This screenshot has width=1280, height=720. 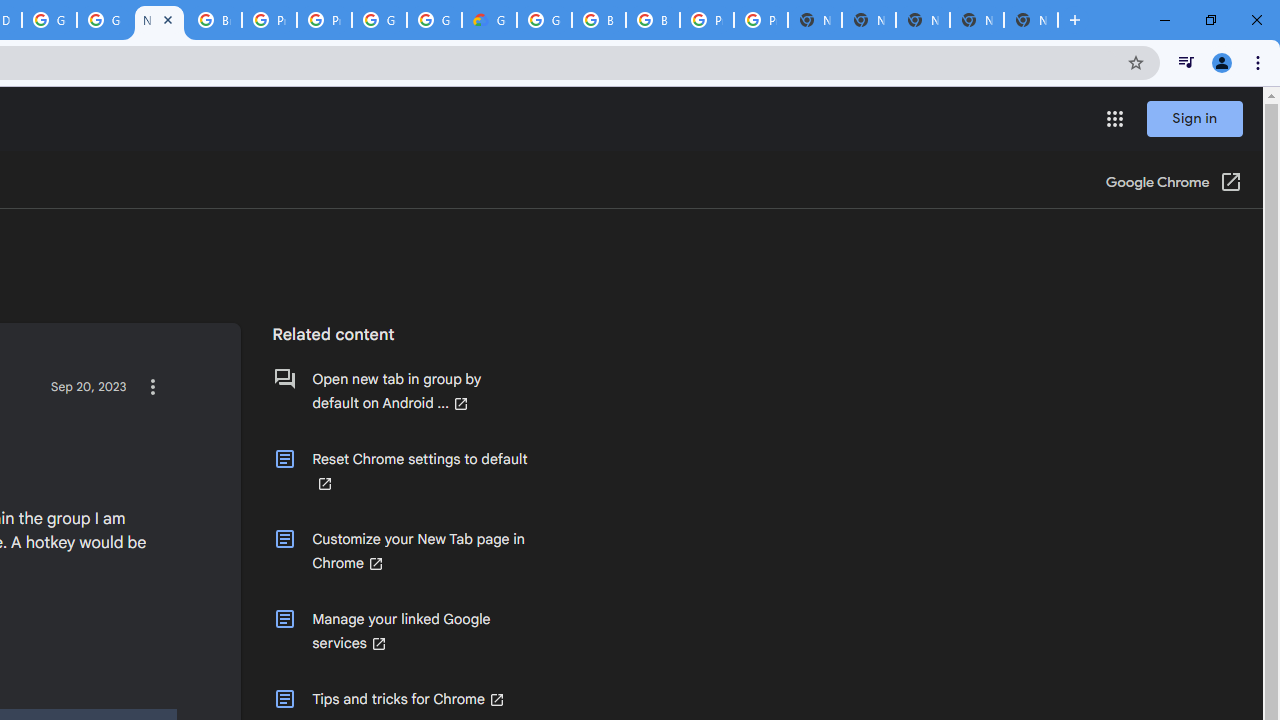 What do you see at coordinates (49, 20) in the screenshot?
I see `'Google Cloud Platform'` at bounding box center [49, 20].